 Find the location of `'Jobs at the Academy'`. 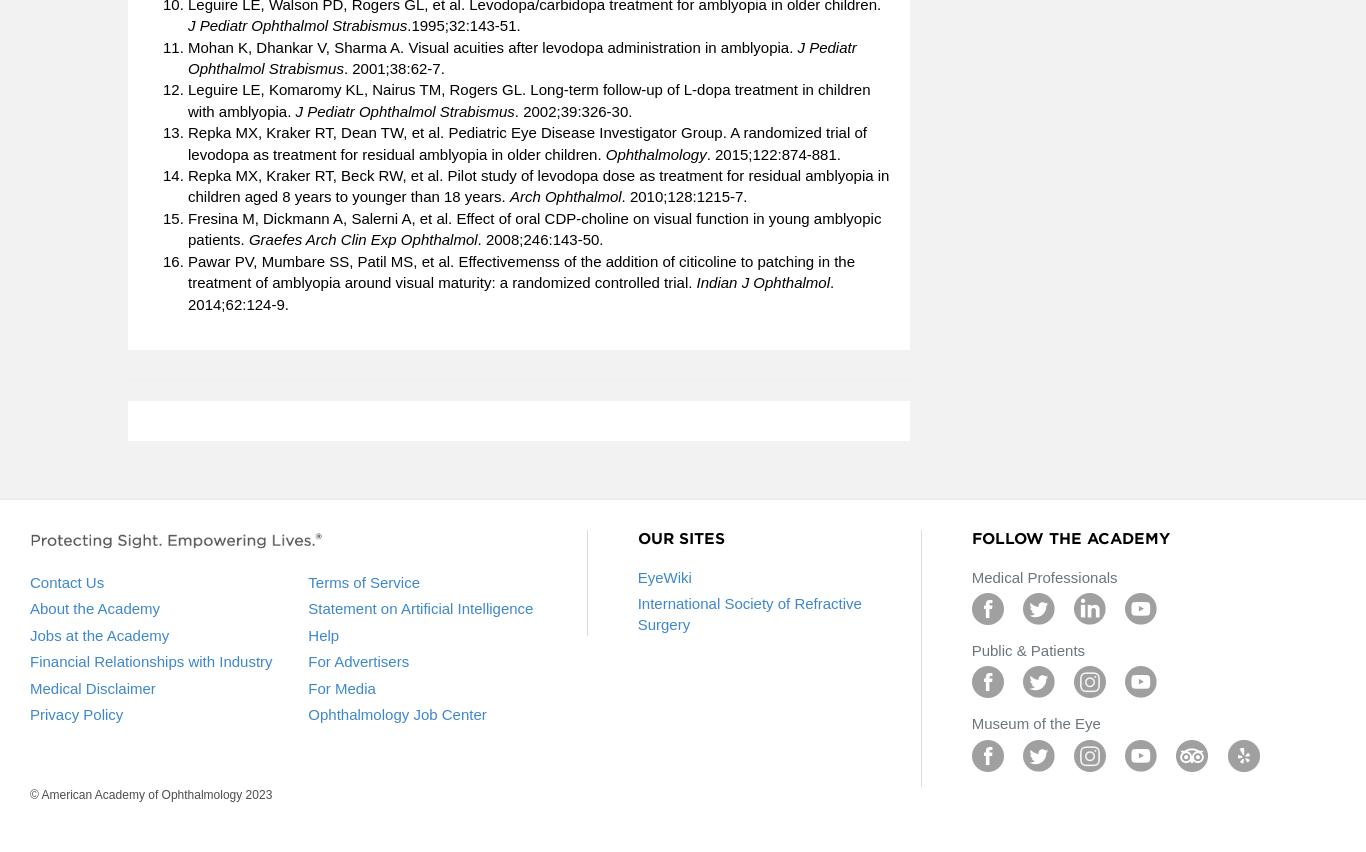

'Jobs at the Academy' is located at coordinates (99, 634).